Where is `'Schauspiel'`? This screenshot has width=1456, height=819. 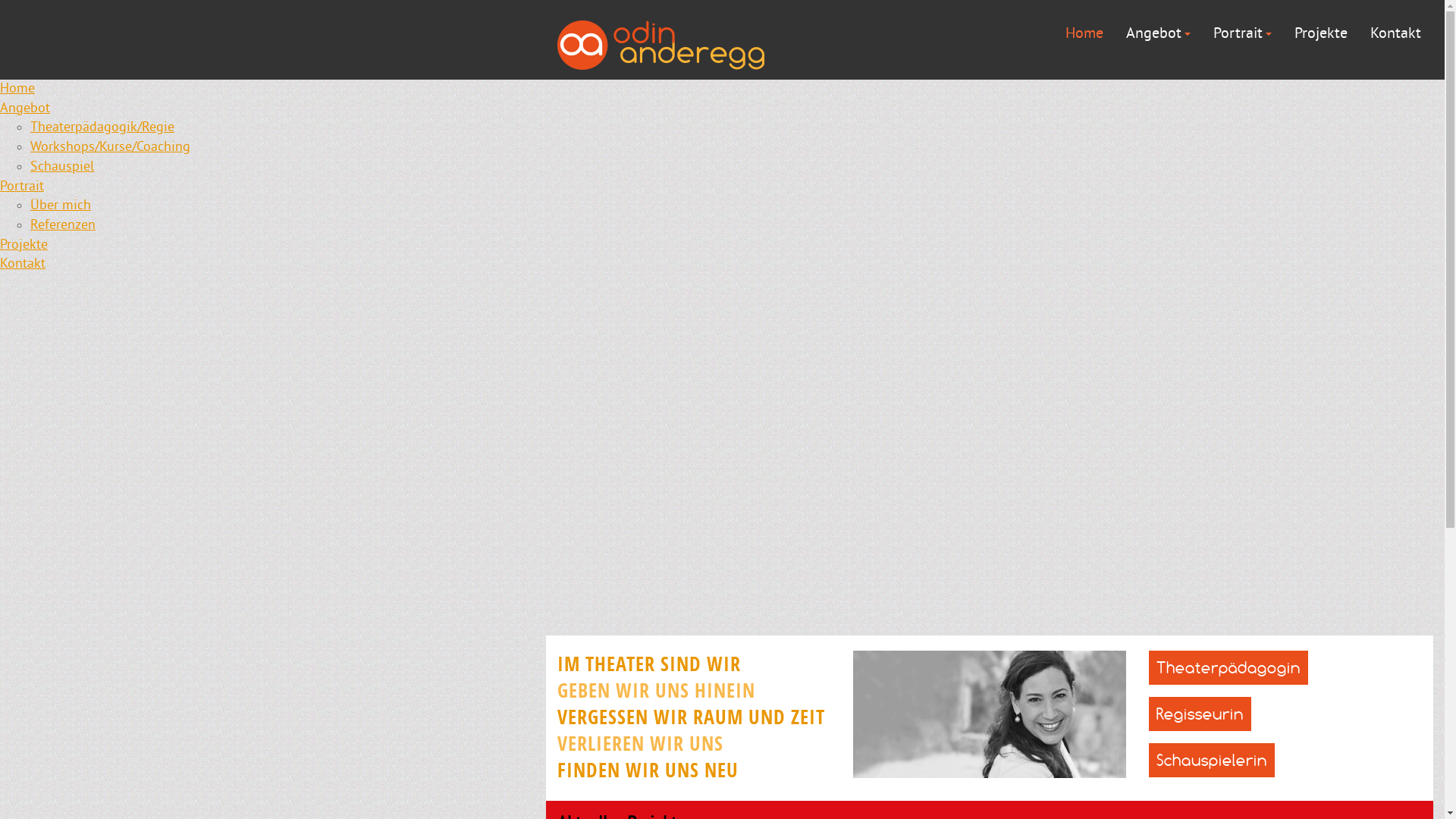
'Schauspiel' is located at coordinates (61, 167).